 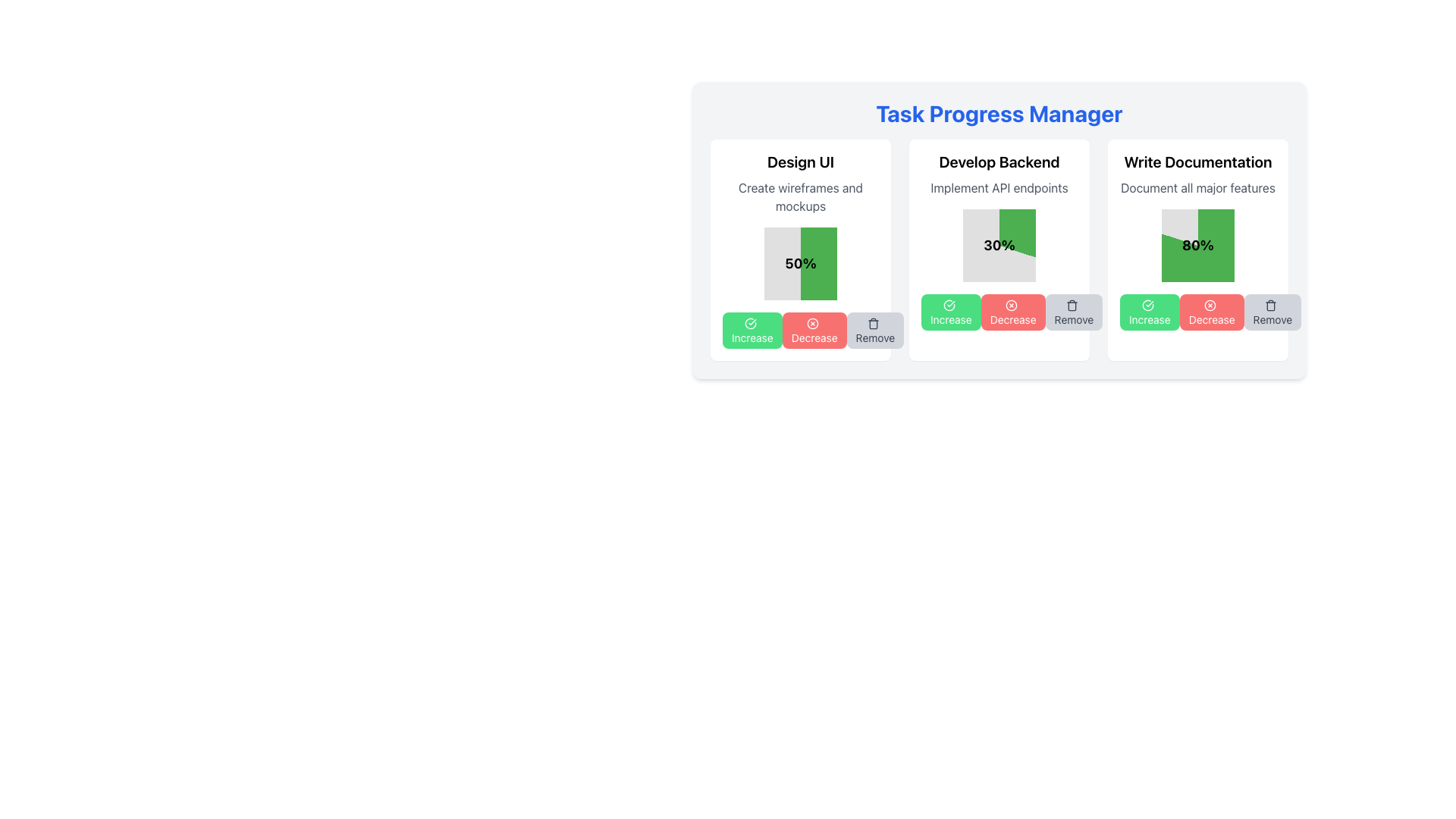 I want to click on the bold text label displaying 'Design UI' at the top of the white rounded box card layout, so click(x=800, y=162).